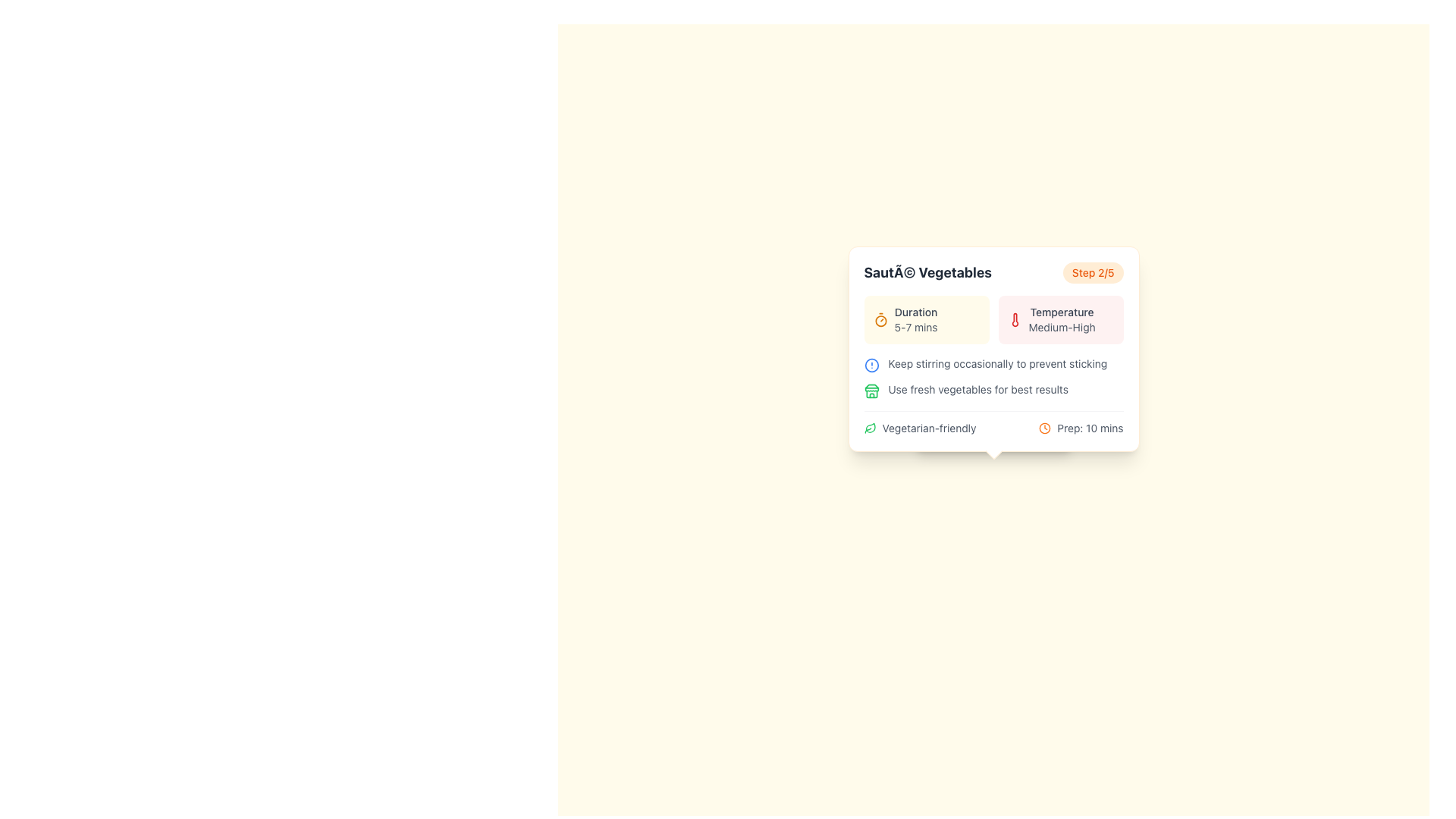 The height and width of the screenshot is (819, 1456). I want to click on the text label reading 'Use fresh vegetables for best results' located in the lower mid-section of the card interface, so click(978, 388).